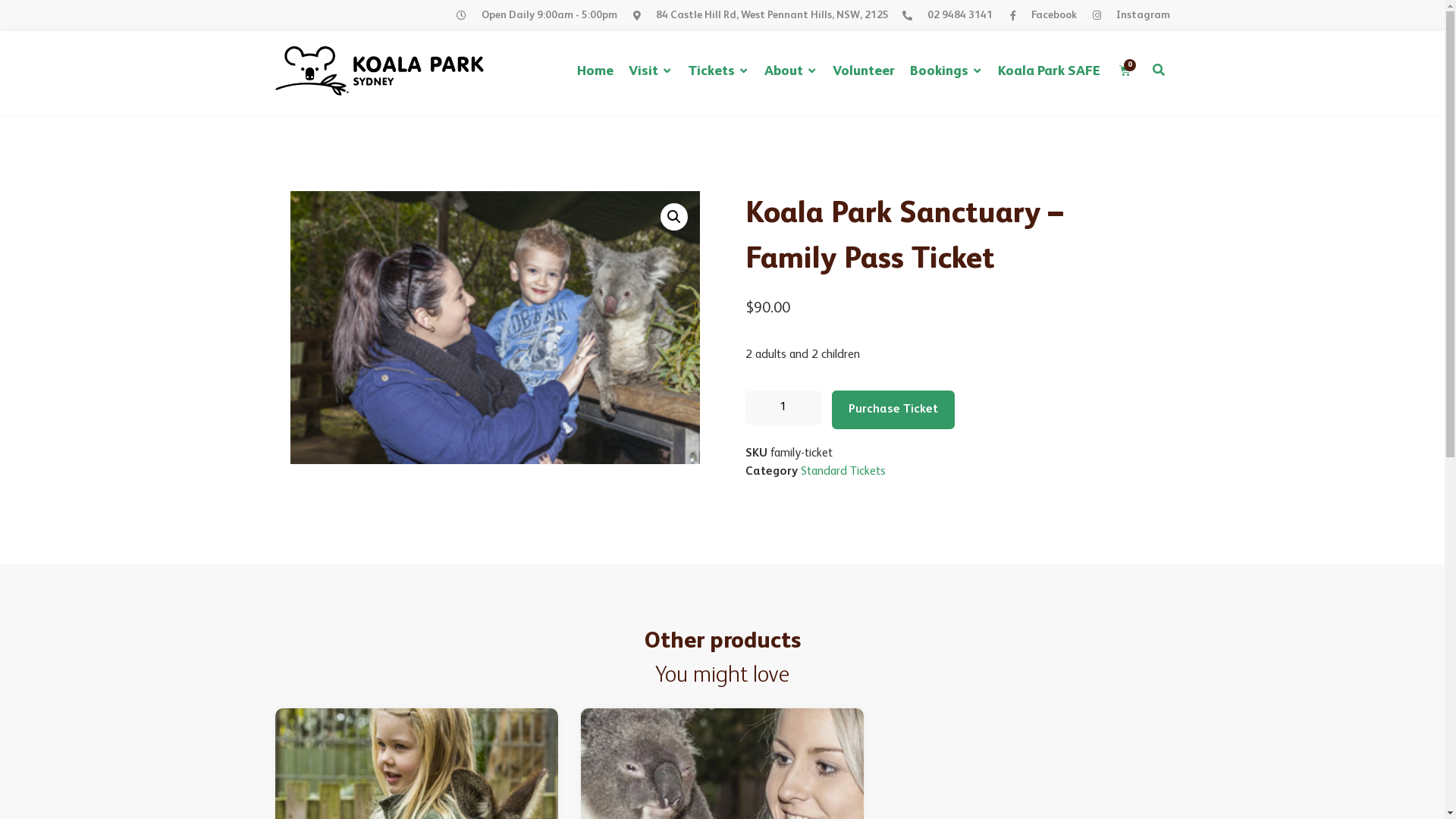 The height and width of the screenshot is (819, 1456). I want to click on 'Facebook', so click(1040, 15).